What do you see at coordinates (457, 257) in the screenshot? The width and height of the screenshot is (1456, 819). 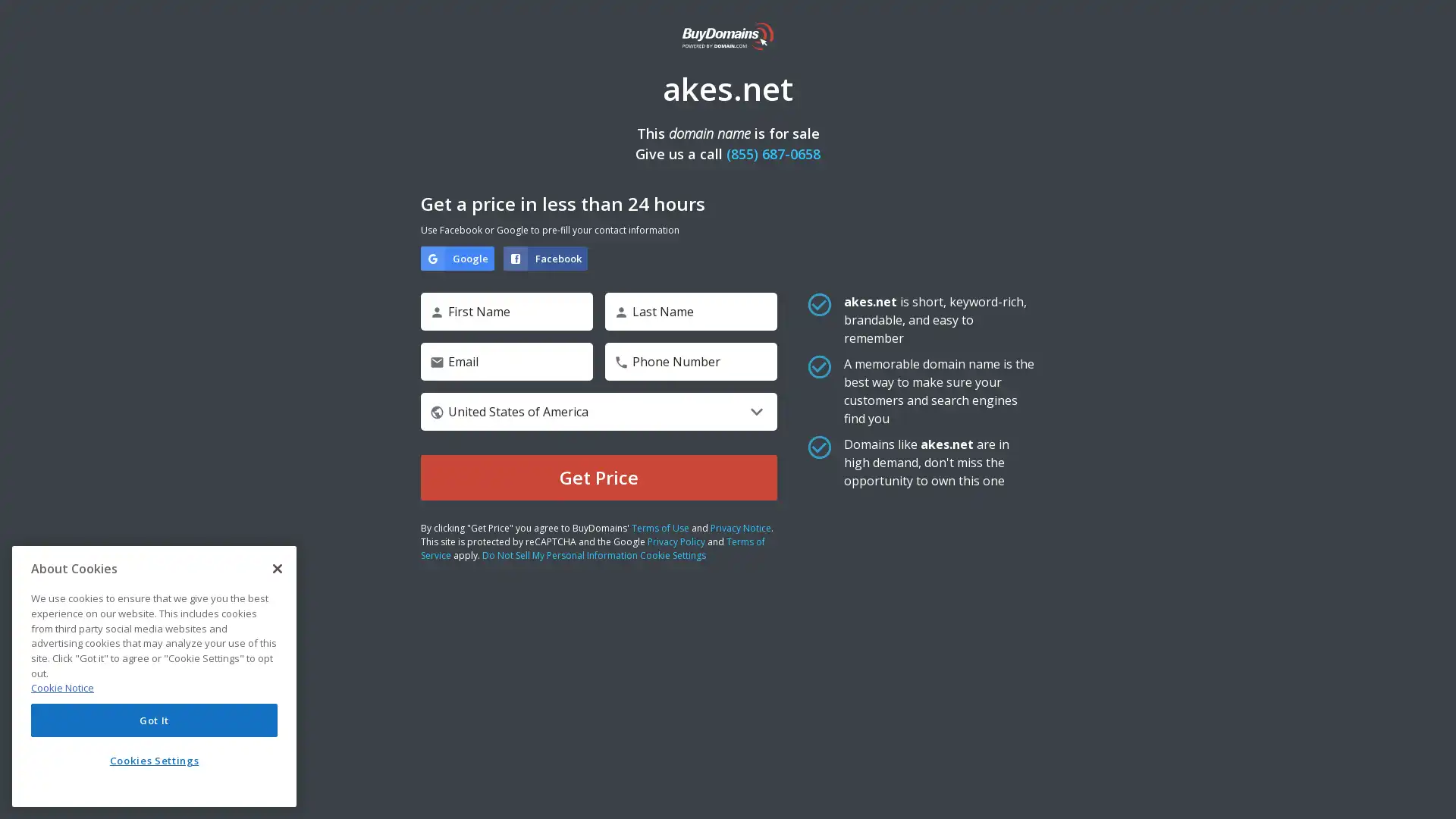 I see `Google` at bounding box center [457, 257].